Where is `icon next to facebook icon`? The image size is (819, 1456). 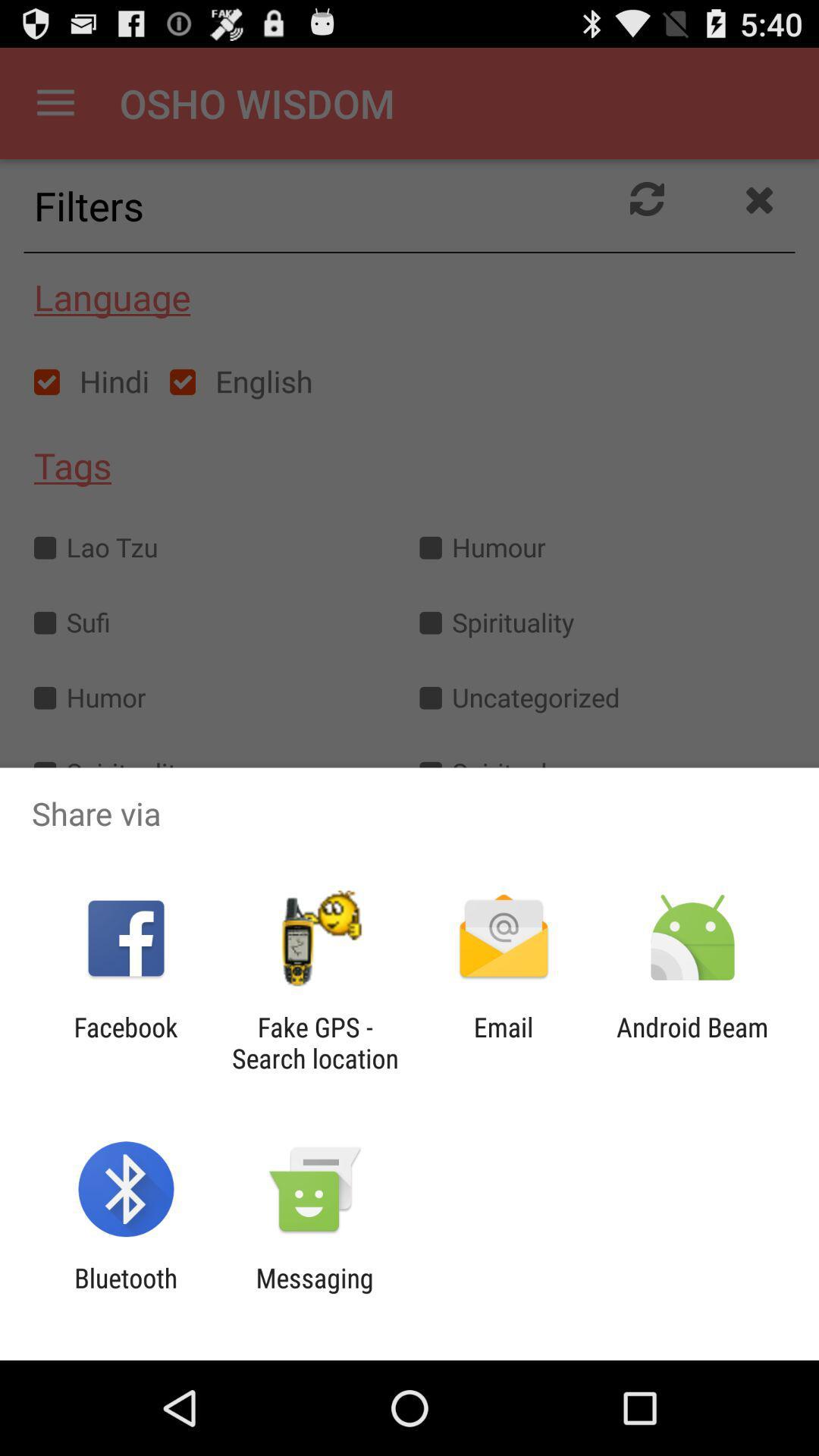 icon next to facebook icon is located at coordinates (314, 1042).